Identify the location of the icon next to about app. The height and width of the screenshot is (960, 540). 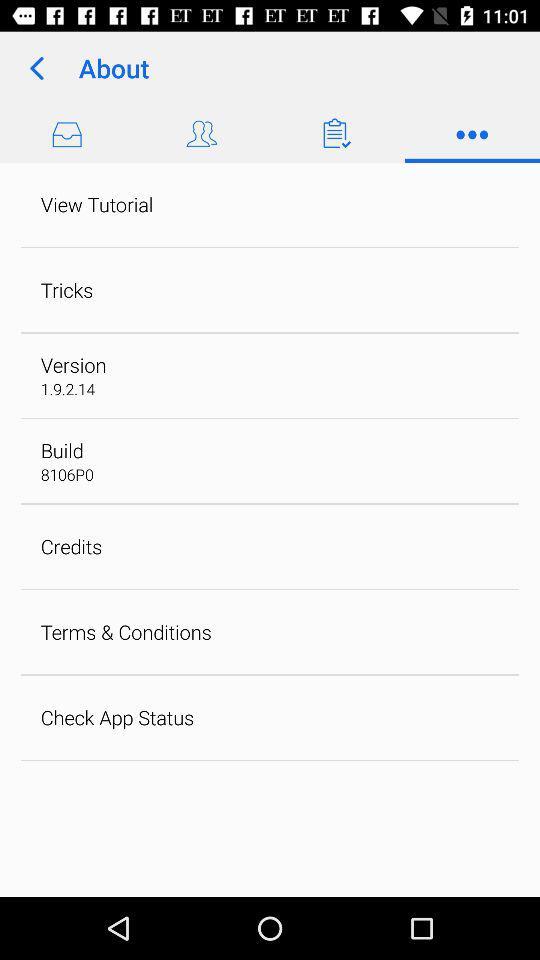
(36, 68).